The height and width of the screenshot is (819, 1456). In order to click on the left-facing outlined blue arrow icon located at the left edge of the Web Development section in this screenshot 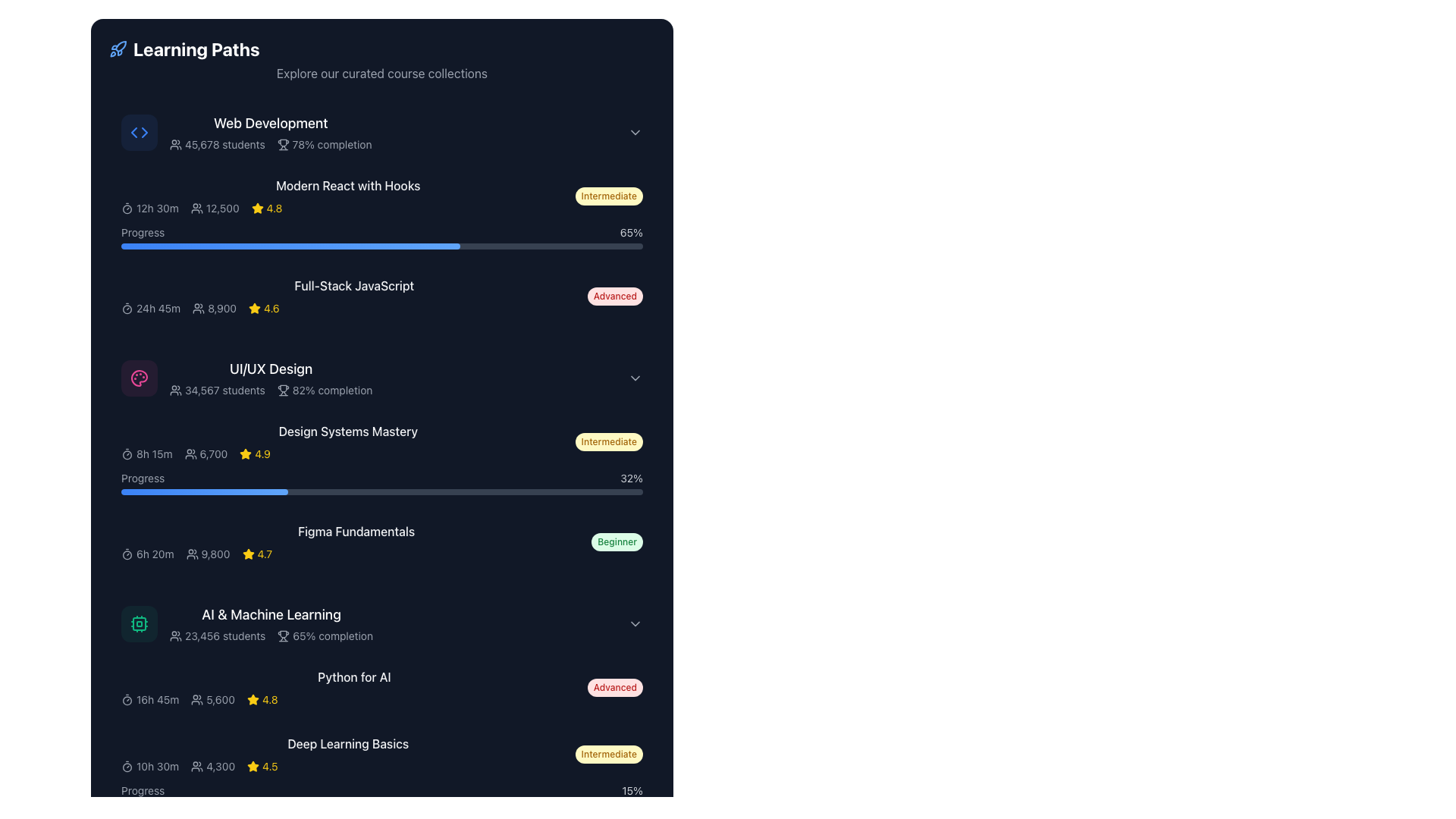, I will do `click(134, 131)`.